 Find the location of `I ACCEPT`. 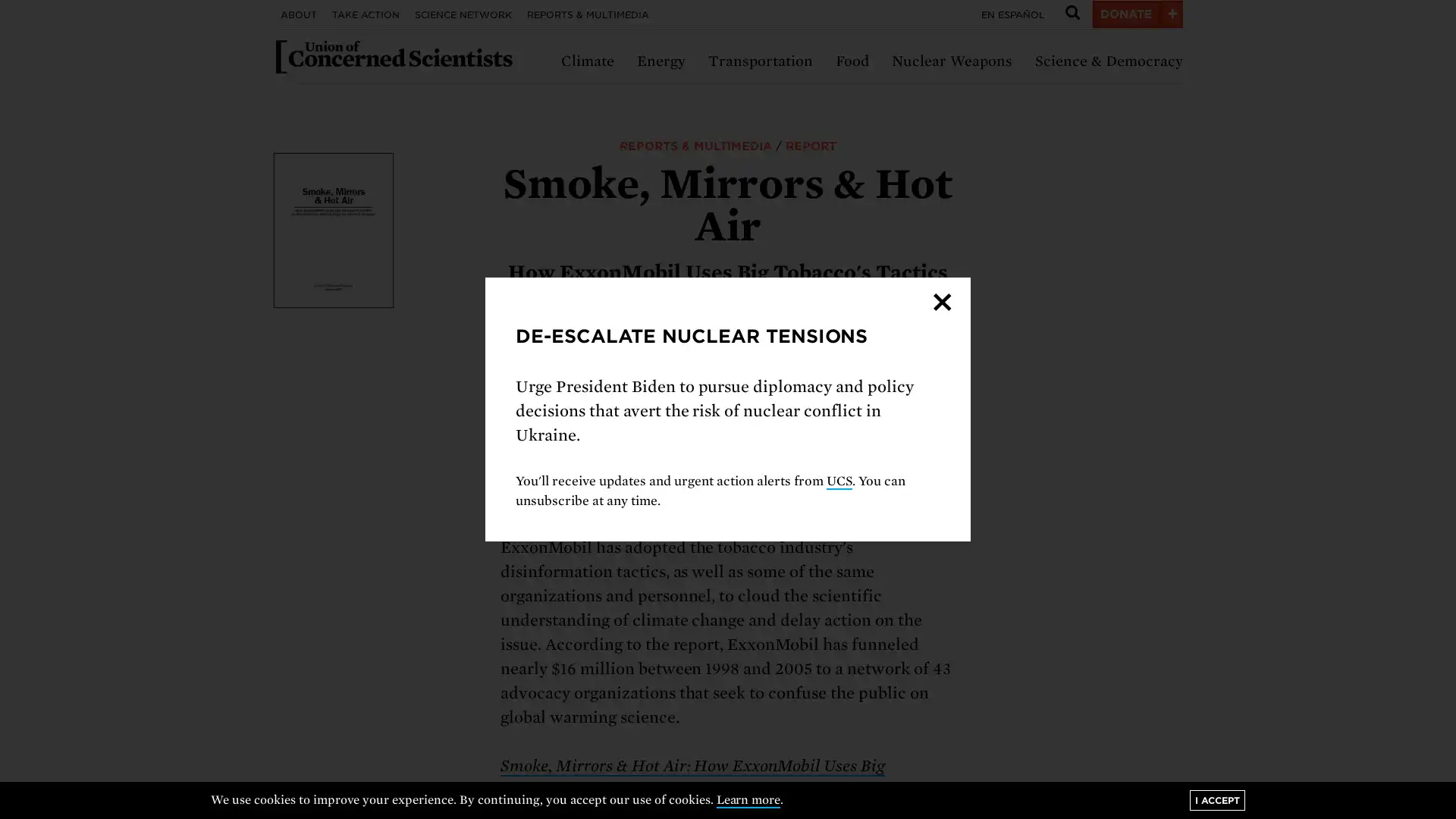

I ACCEPT is located at coordinates (1217, 799).